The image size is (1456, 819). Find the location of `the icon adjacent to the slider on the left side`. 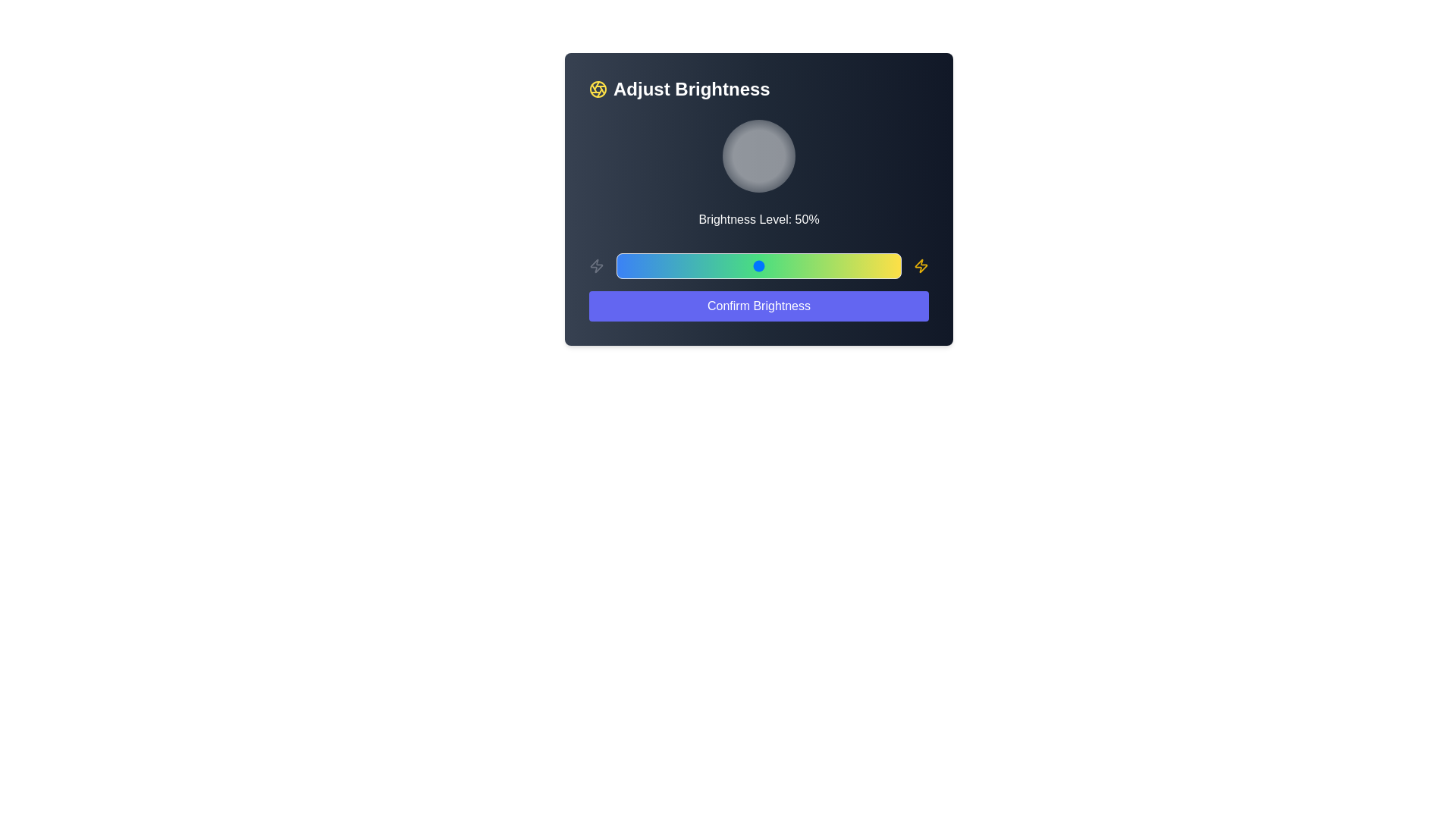

the icon adjacent to the slider on the left side is located at coordinates (596, 265).